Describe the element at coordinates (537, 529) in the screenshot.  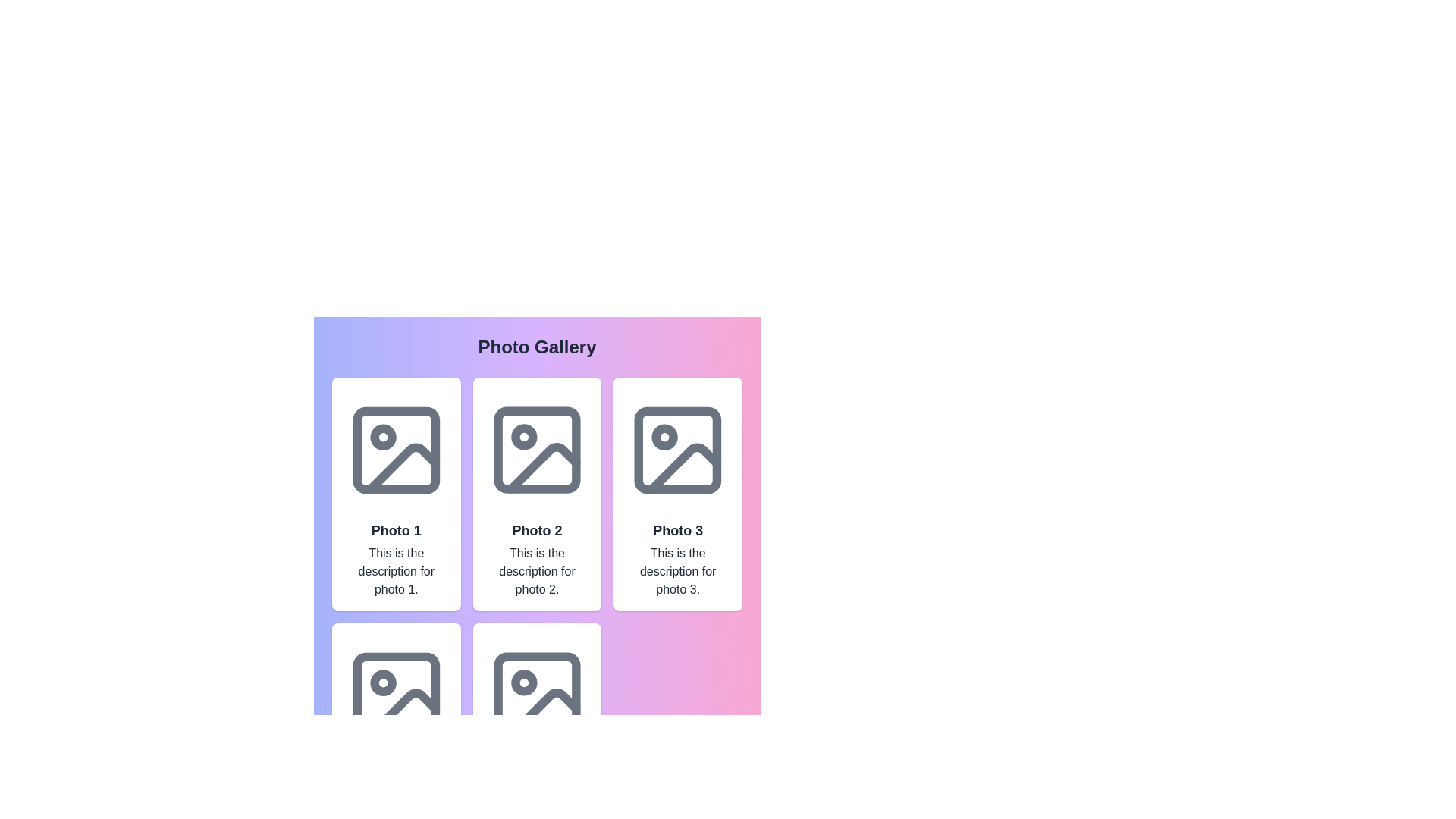
I see `the text label that displays 'Photo 2', which is prominently styled in bold and larger font size within the central card of a three-column photo gallery layout` at that location.